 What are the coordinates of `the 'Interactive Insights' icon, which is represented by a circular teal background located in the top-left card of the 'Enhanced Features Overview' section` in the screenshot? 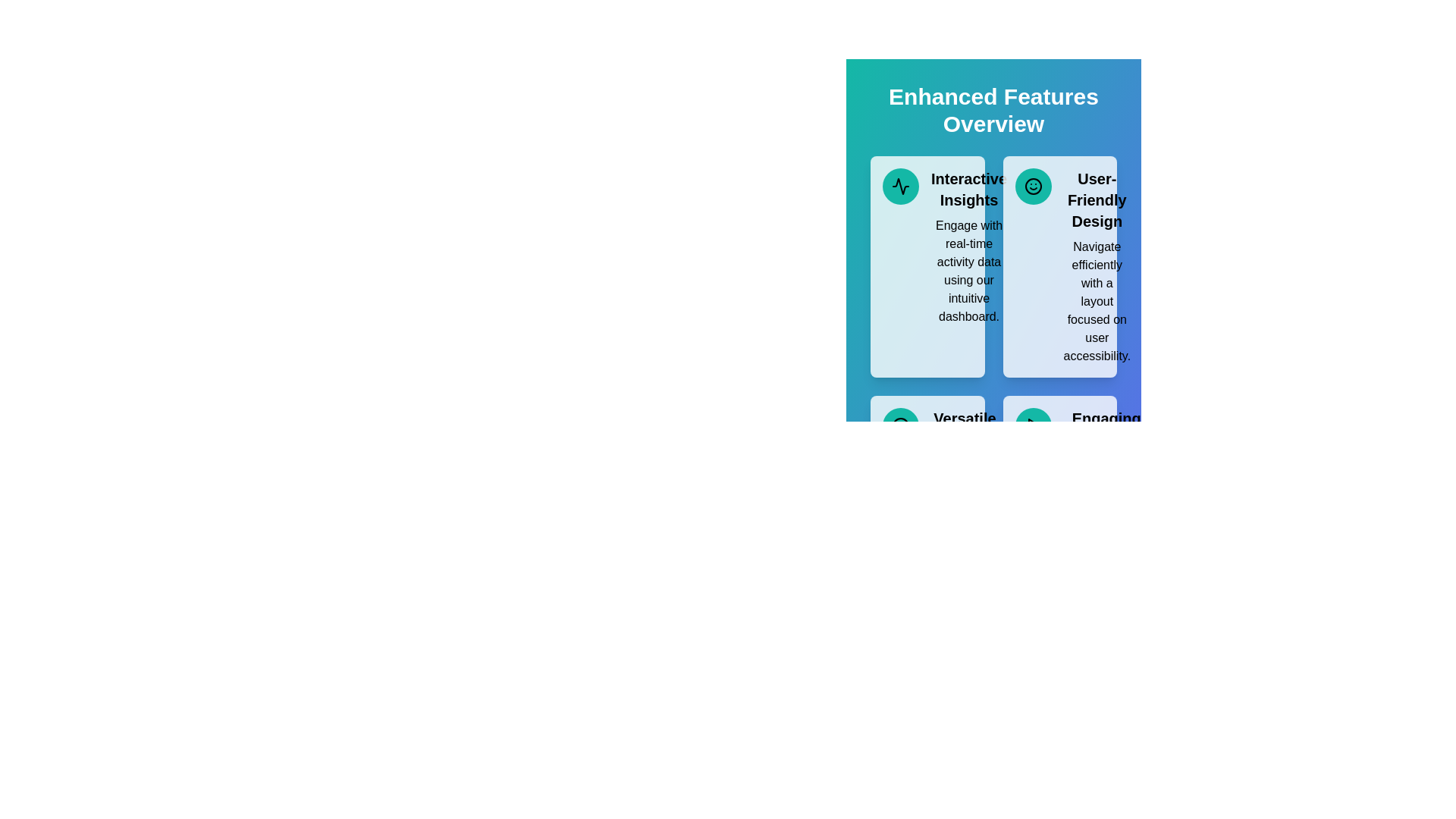 It's located at (901, 186).